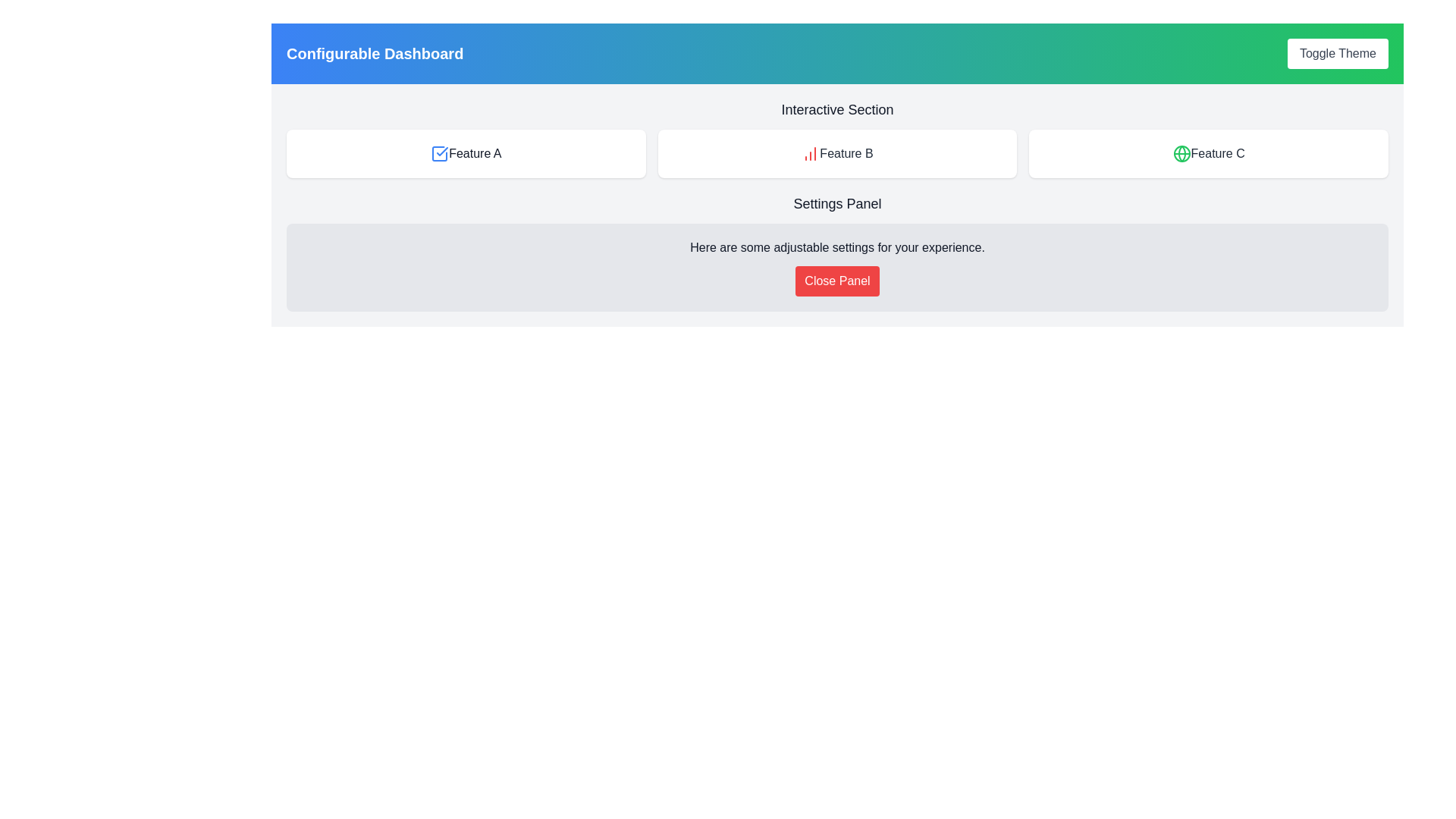  Describe the element at coordinates (836, 154) in the screenshot. I see `the Panel labeled 'Feature B' which has a white background, rounded edges, and contains a red chart icon` at that location.